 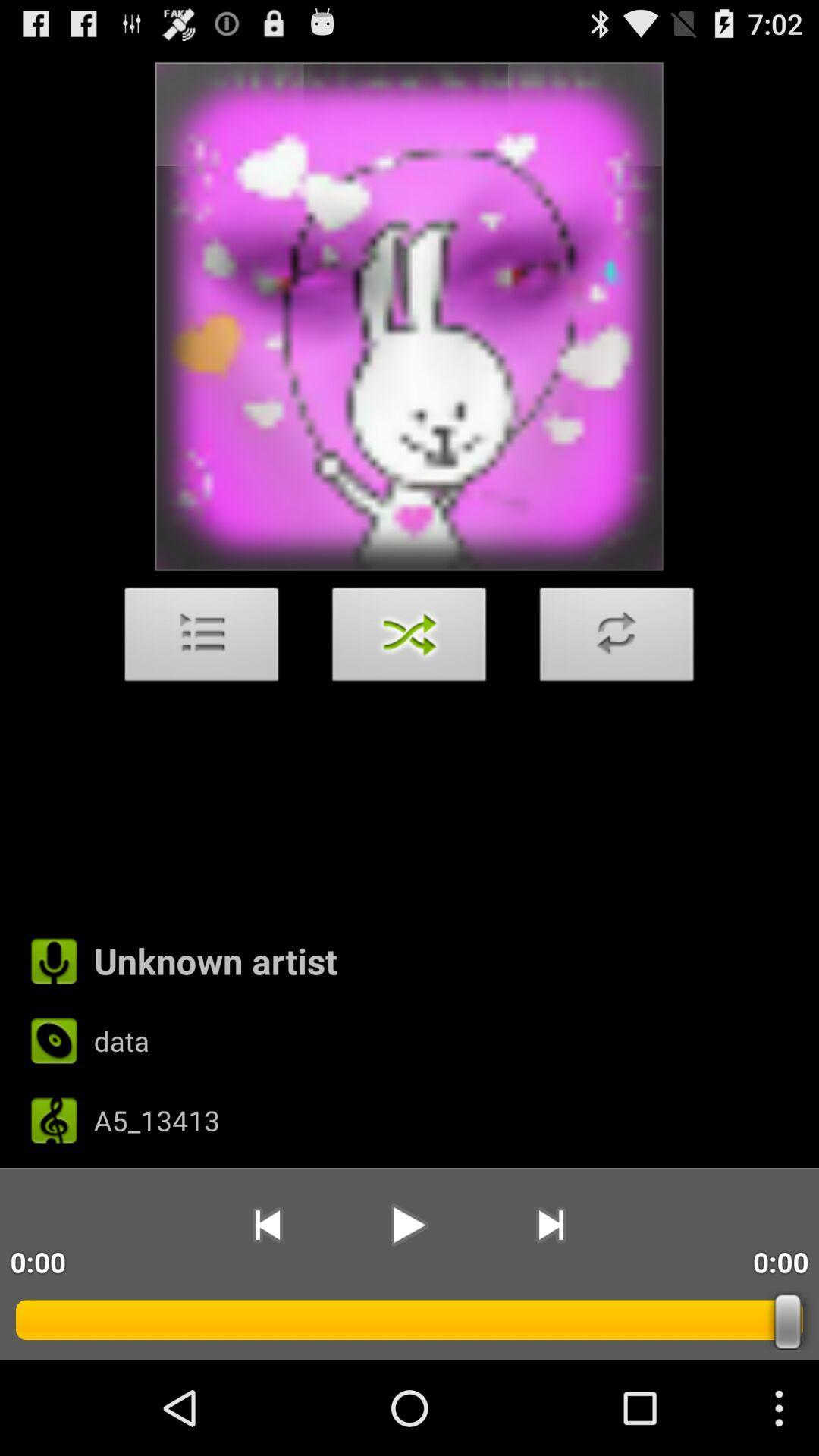 What do you see at coordinates (201, 639) in the screenshot?
I see `item above the unknown artist` at bounding box center [201, 639].